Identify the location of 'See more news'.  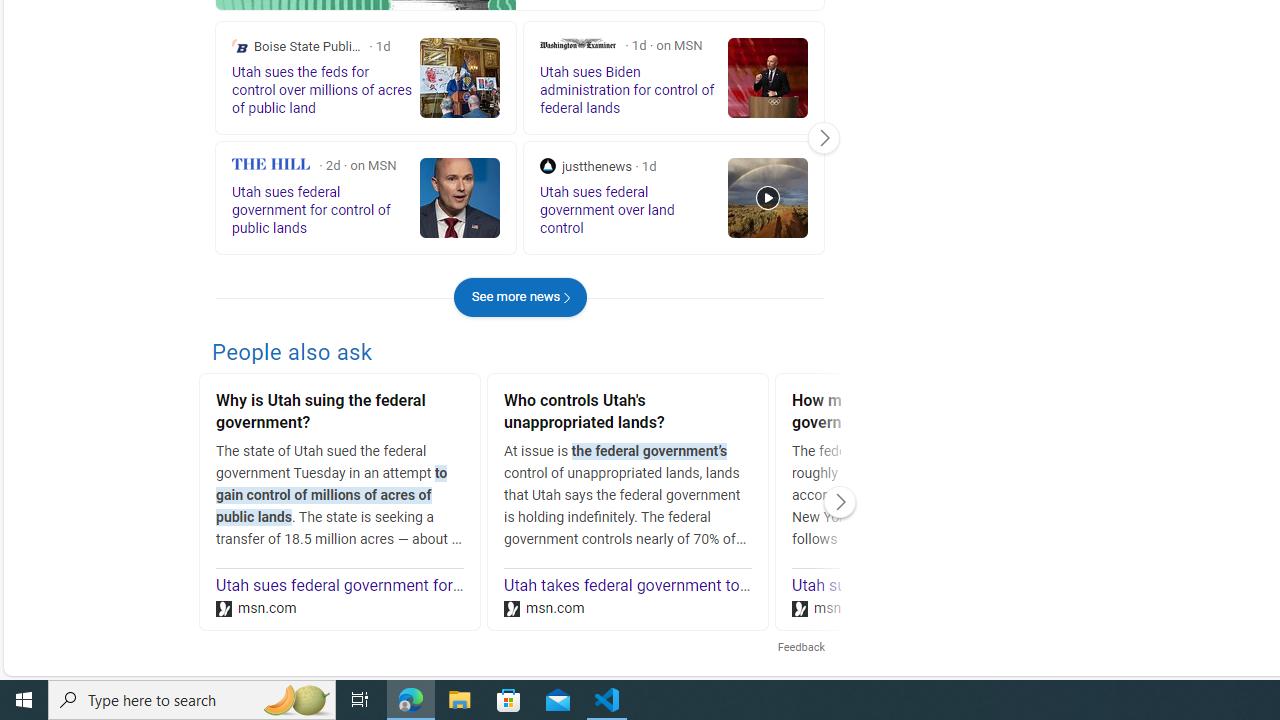
(520, 297).